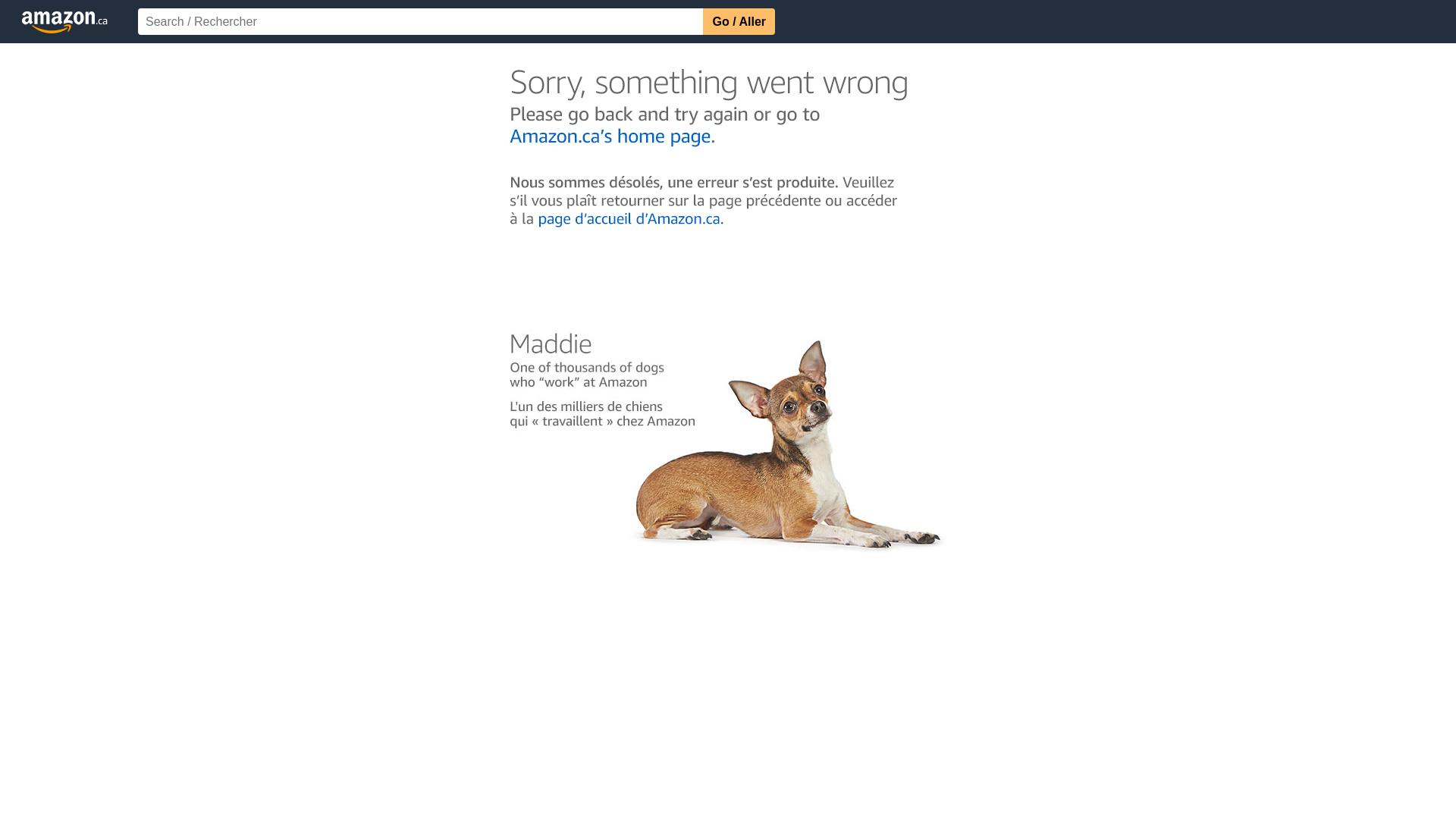 This screenshot has width=1456, height=819. I want to click on 'Go / Aller', so click(739, 21).